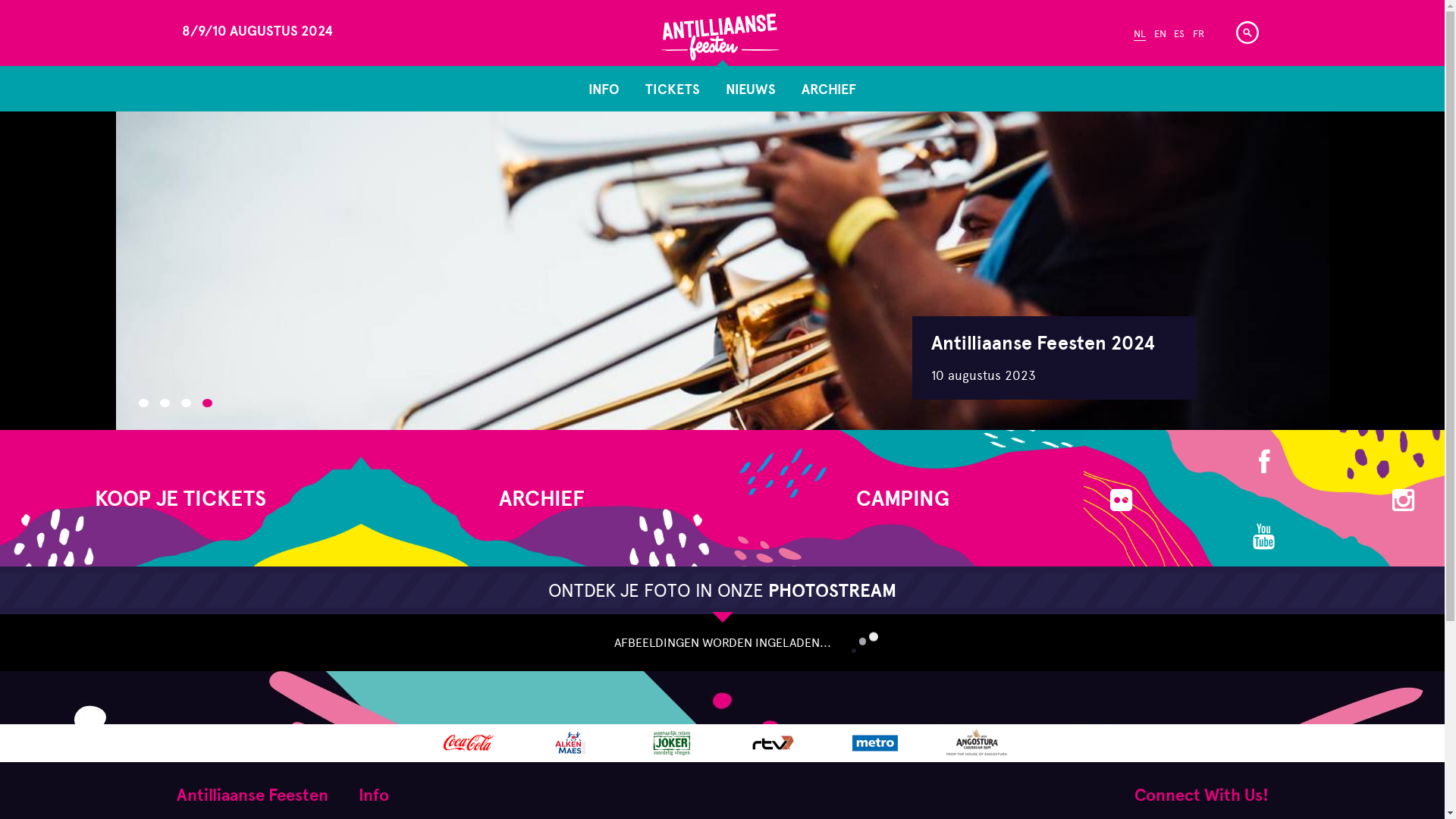 This screenshot has height=819, width=1456. Describe the element at coordinates (184, 402) in the screenshot. I see `'3'` at that location.